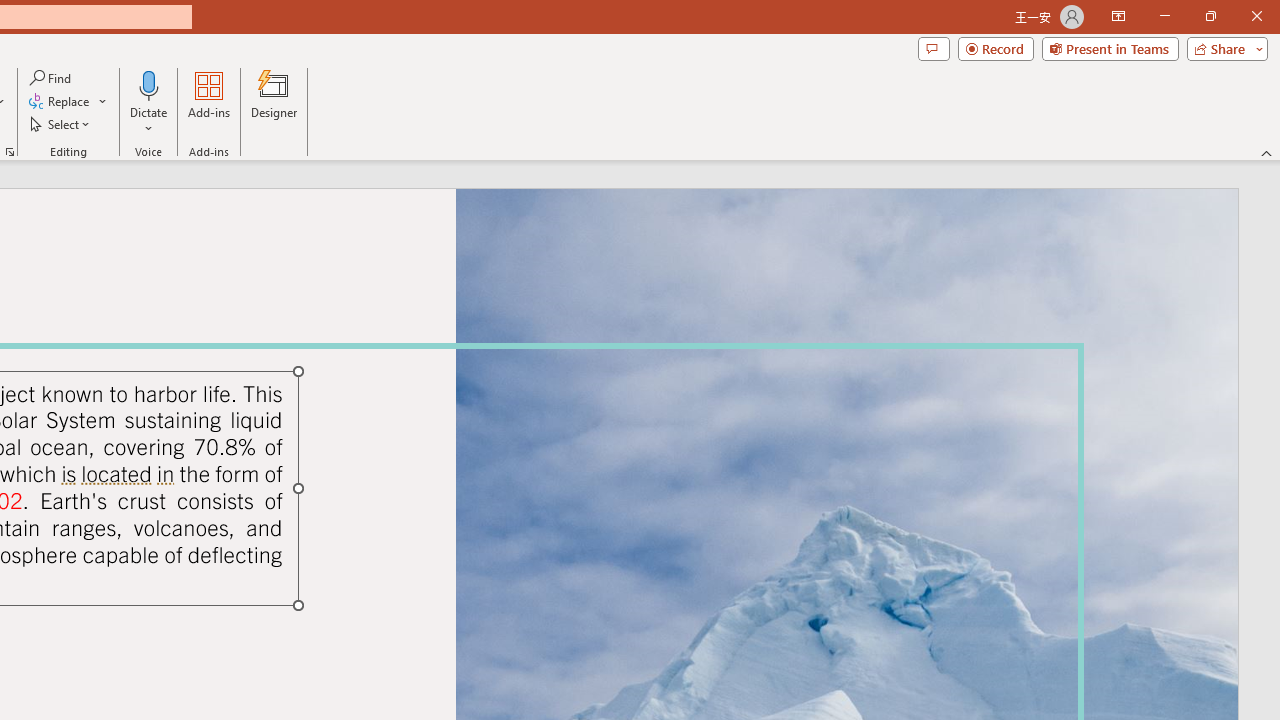  Describe the element at coordinates (148, 84) in the screenshot. I see `'Dictate'` at that location.